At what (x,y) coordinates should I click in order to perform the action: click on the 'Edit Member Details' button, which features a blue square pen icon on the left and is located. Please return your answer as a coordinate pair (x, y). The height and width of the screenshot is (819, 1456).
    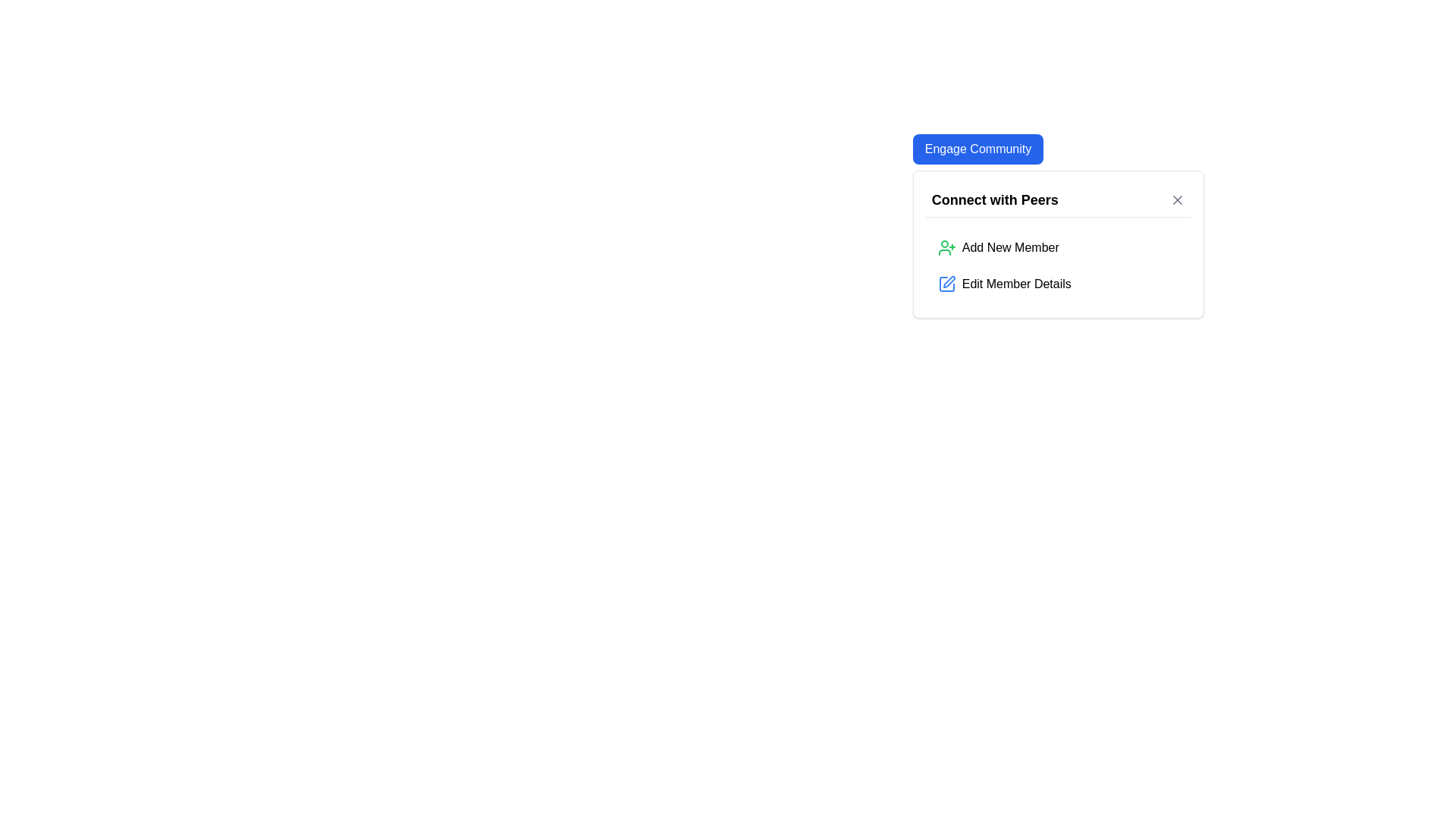
    Looking at the image, I should click on (1057, 284).